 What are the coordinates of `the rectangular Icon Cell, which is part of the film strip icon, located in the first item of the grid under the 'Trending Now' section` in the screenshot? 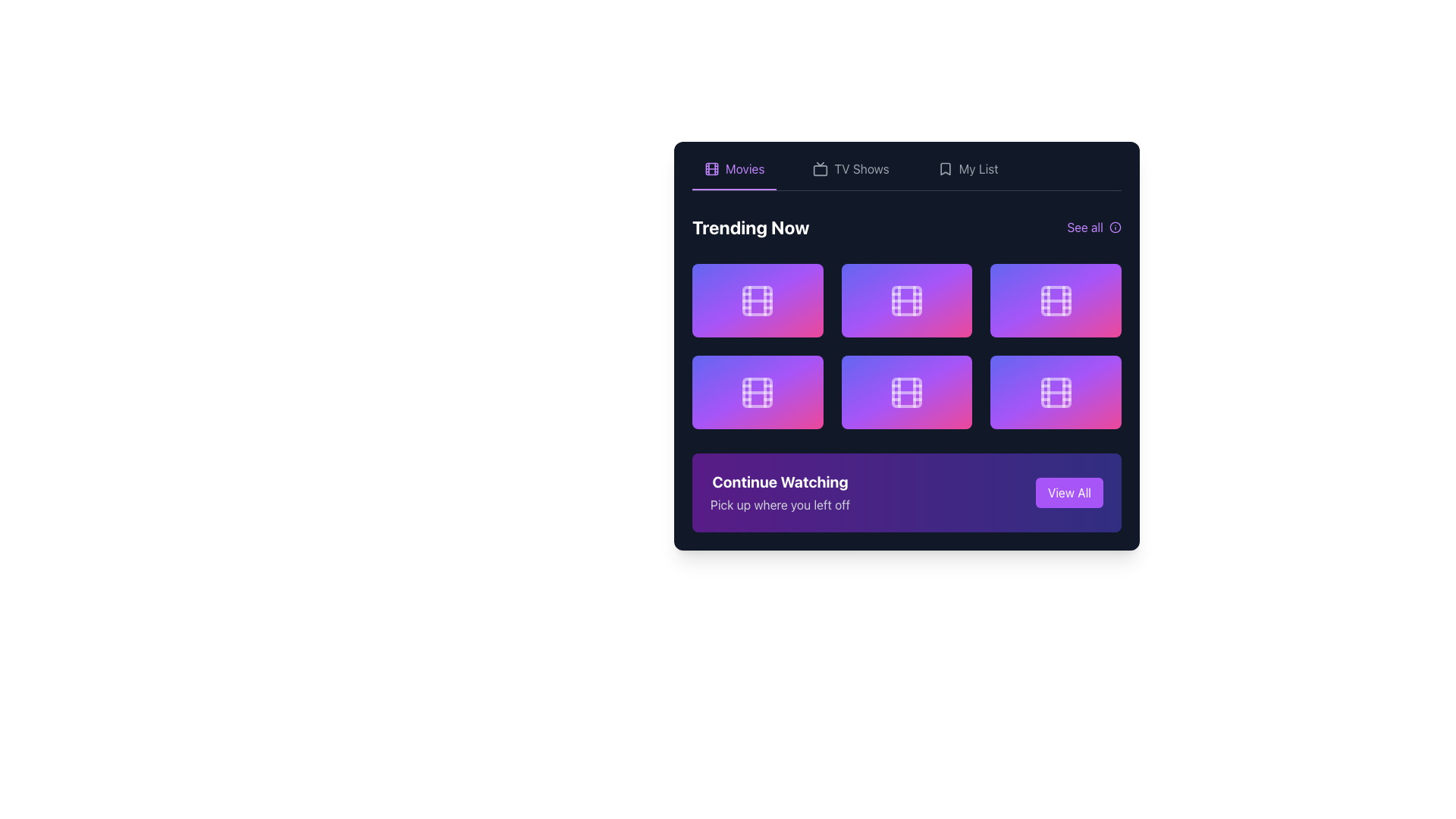 It's located at (758, 300).